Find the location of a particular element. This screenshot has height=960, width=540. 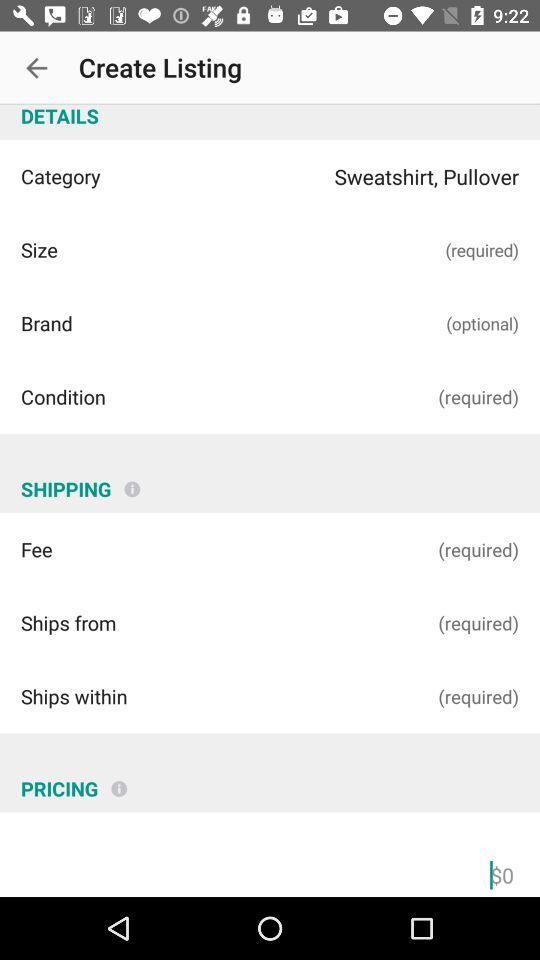

item above (required) is located at coordinates (132, 480).